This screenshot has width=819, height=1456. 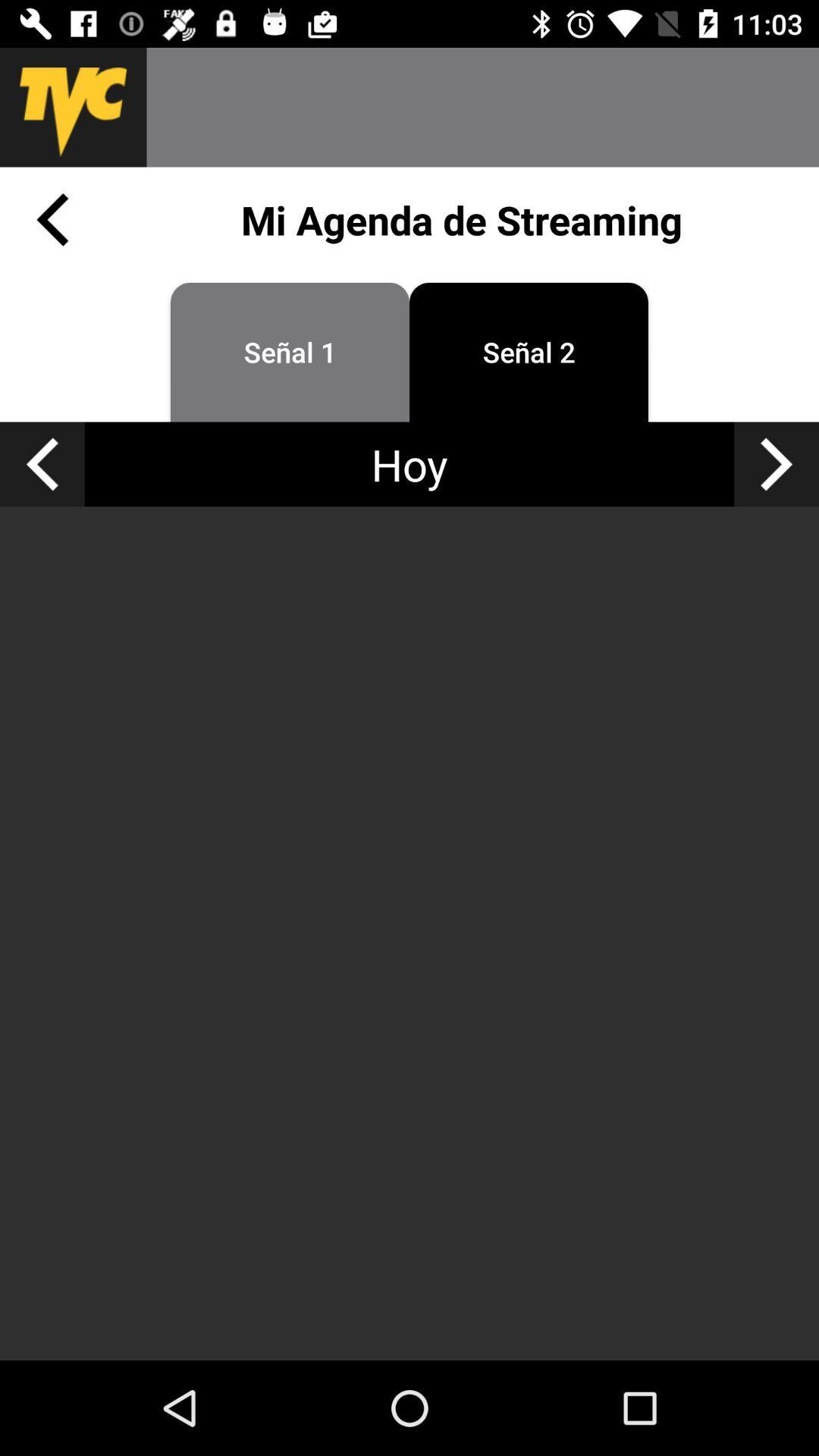 I want to click on next right, so click(x=777, y=463).